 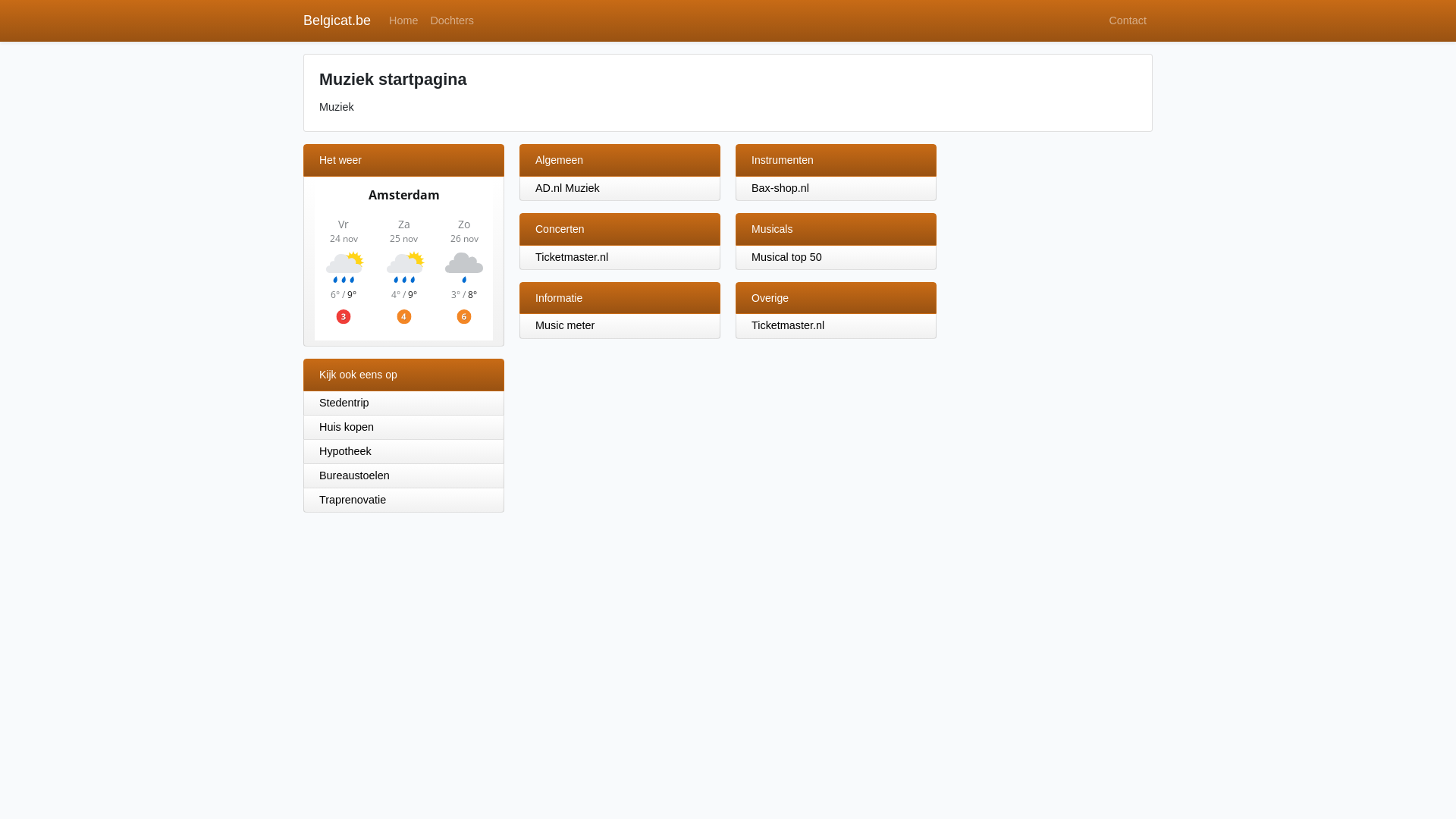 What do you see at coordinates (751, 256) in the screenshot?
I see `'Musical top 50'` at bounding box center [751, 256].